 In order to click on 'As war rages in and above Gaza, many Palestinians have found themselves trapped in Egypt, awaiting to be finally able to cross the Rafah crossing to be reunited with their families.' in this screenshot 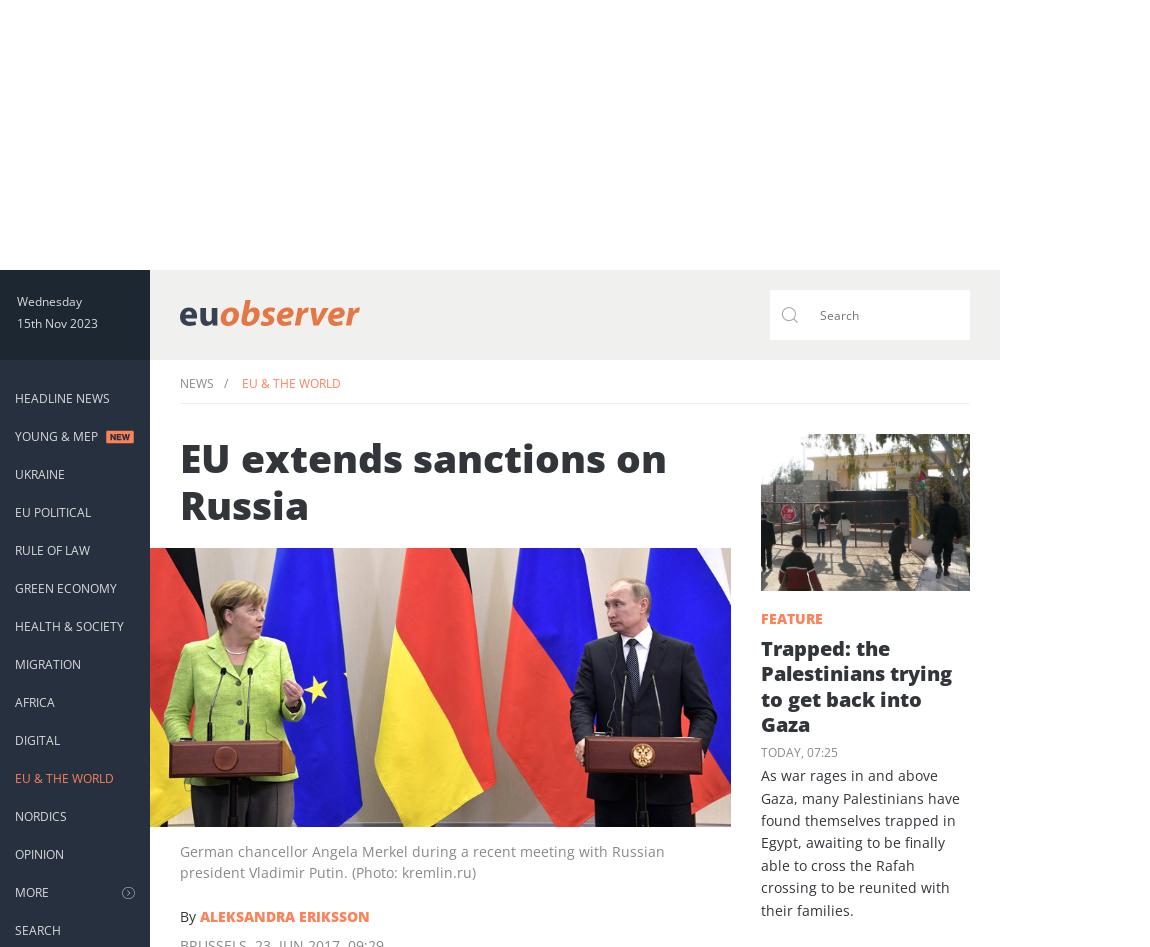, I will do `click(858, 842)`.